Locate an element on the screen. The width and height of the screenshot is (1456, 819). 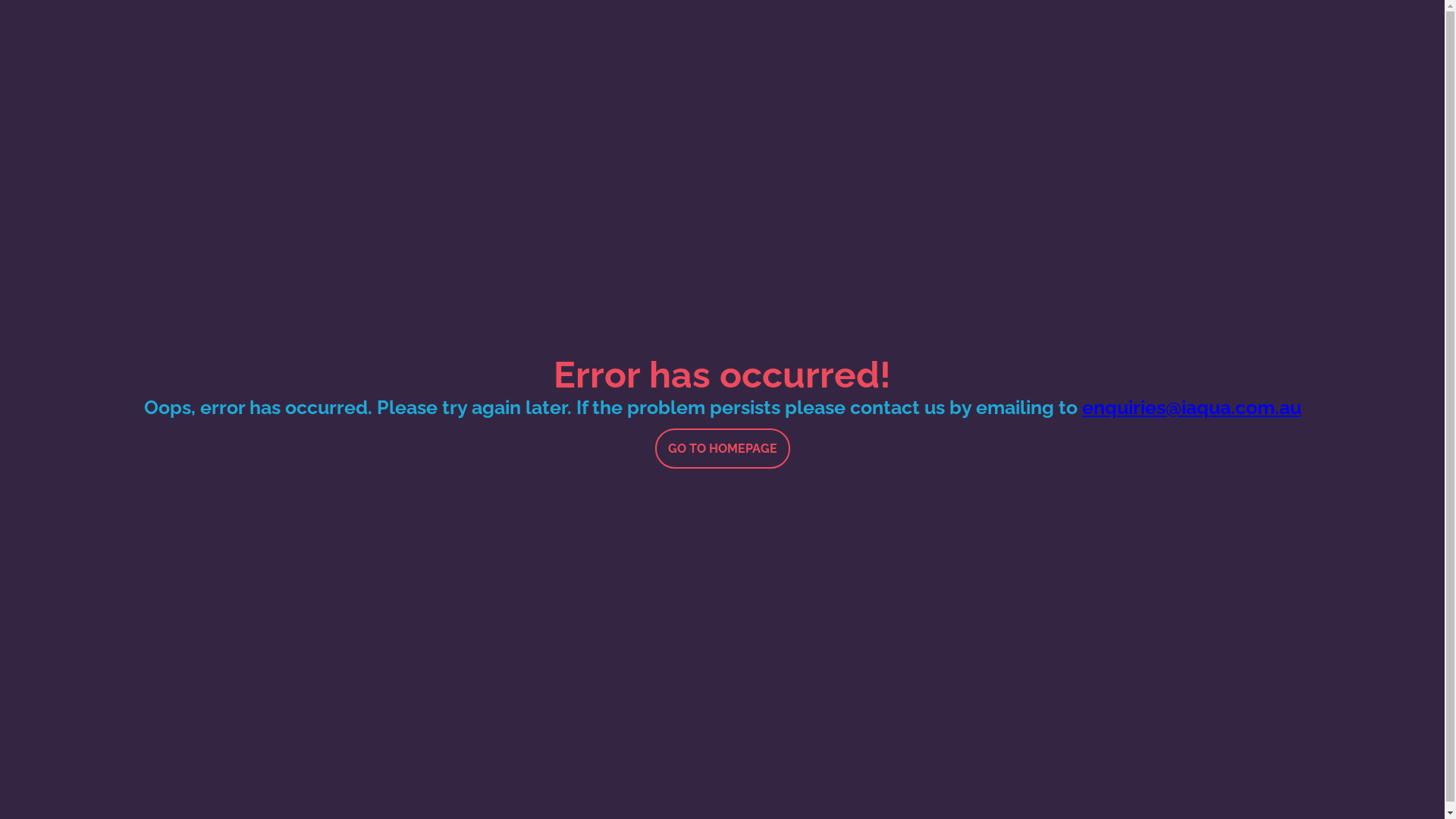
'enquiries@iaqua.com.au' is located at coordinates (1190, 406).